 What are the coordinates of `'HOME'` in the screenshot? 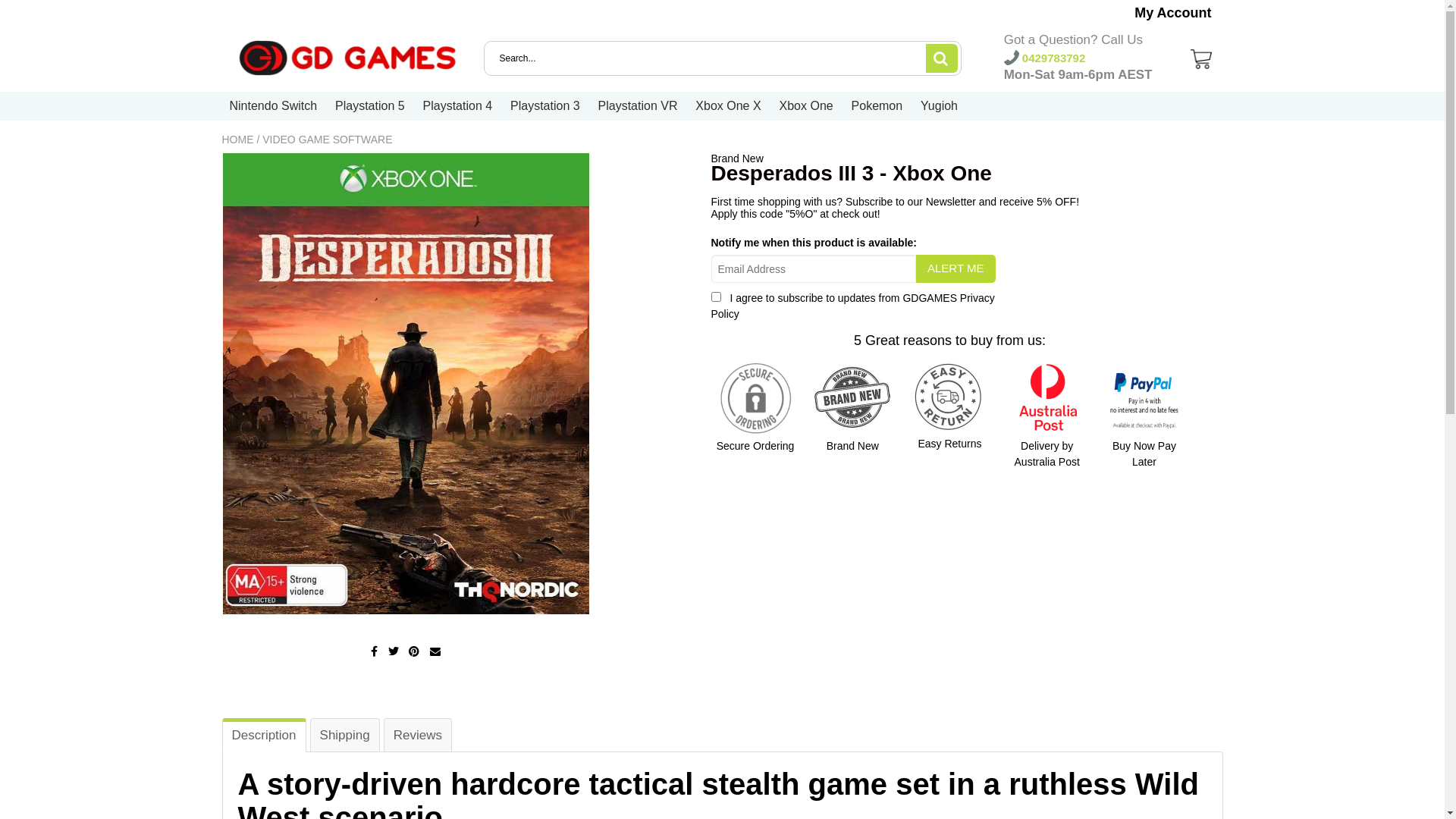 It's located at (236, 140).